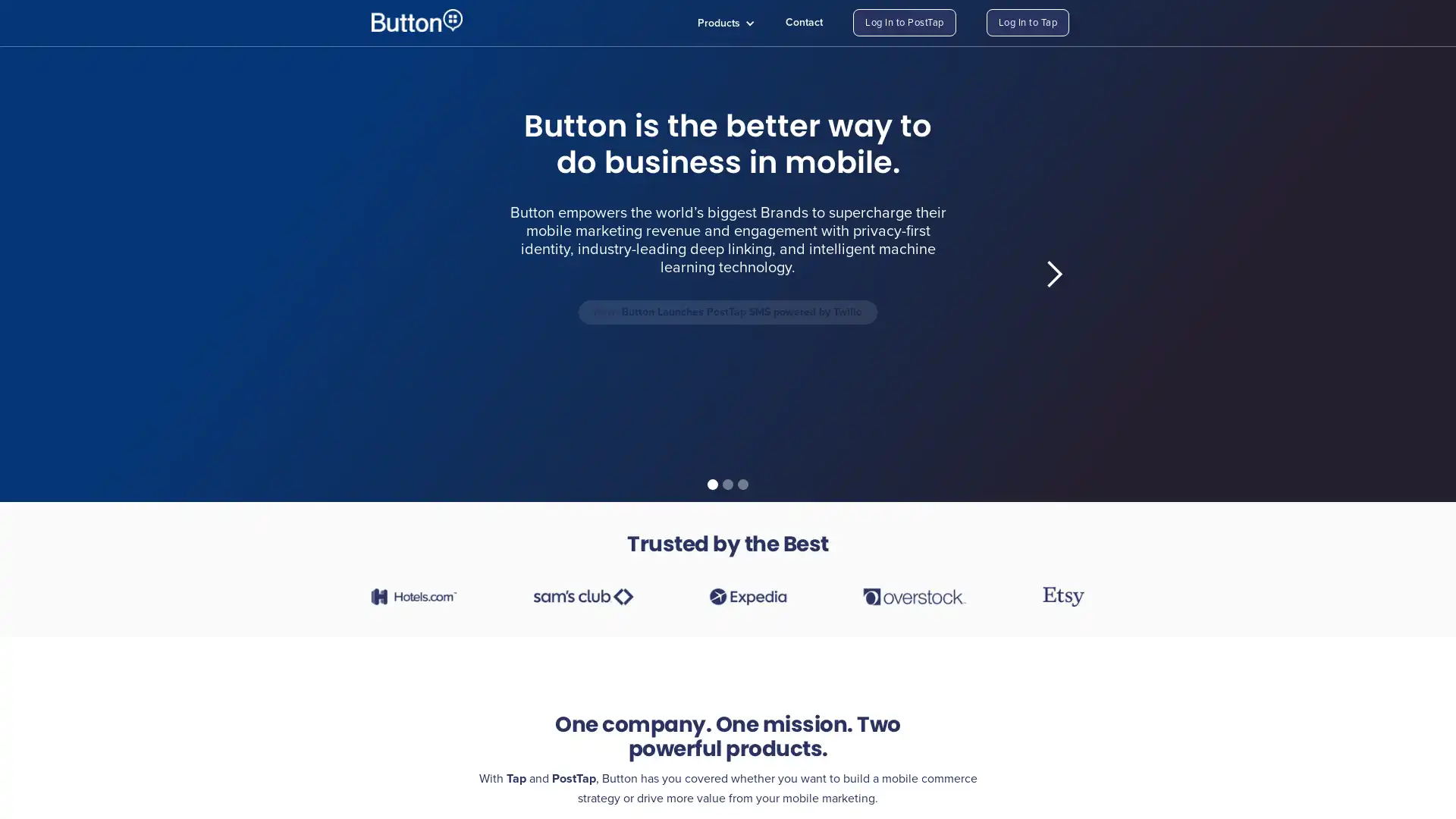 The height and width of the screenshot is (819, 1456). I want to click on Show slide 3 of 3, so click(742, 485).